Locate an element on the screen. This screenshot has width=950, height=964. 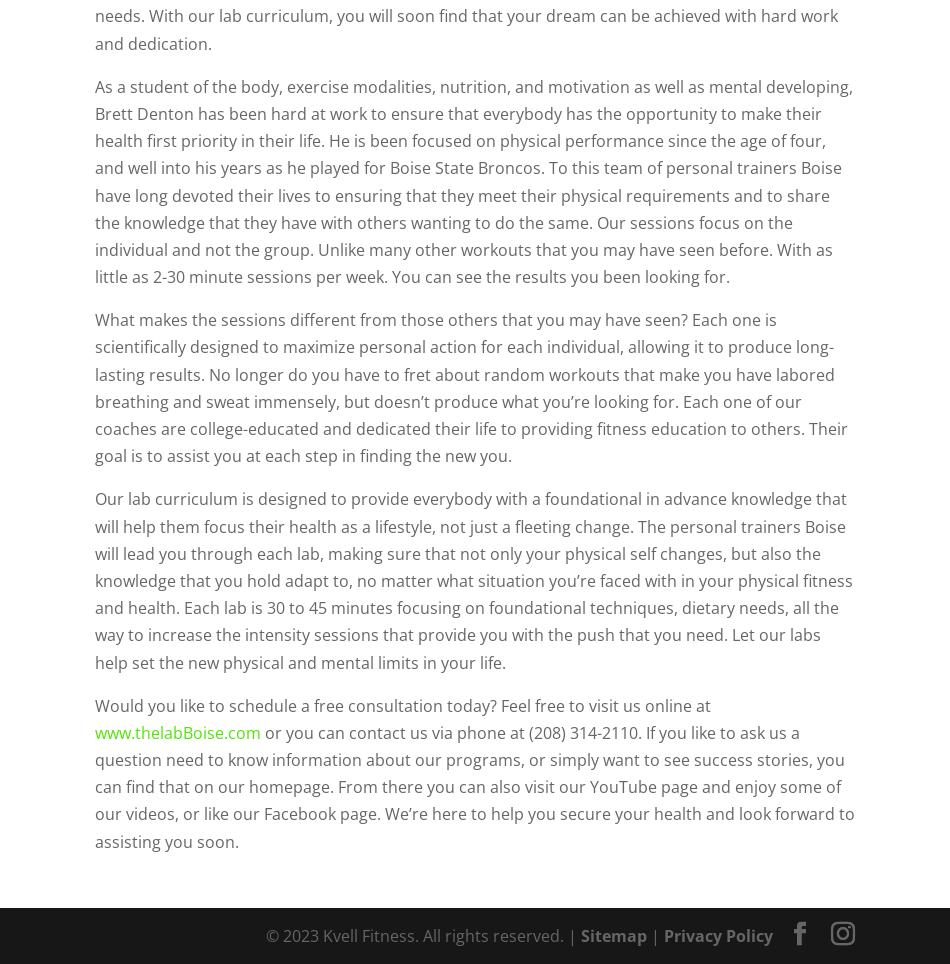
'|' is located at coordinates (655, 934).